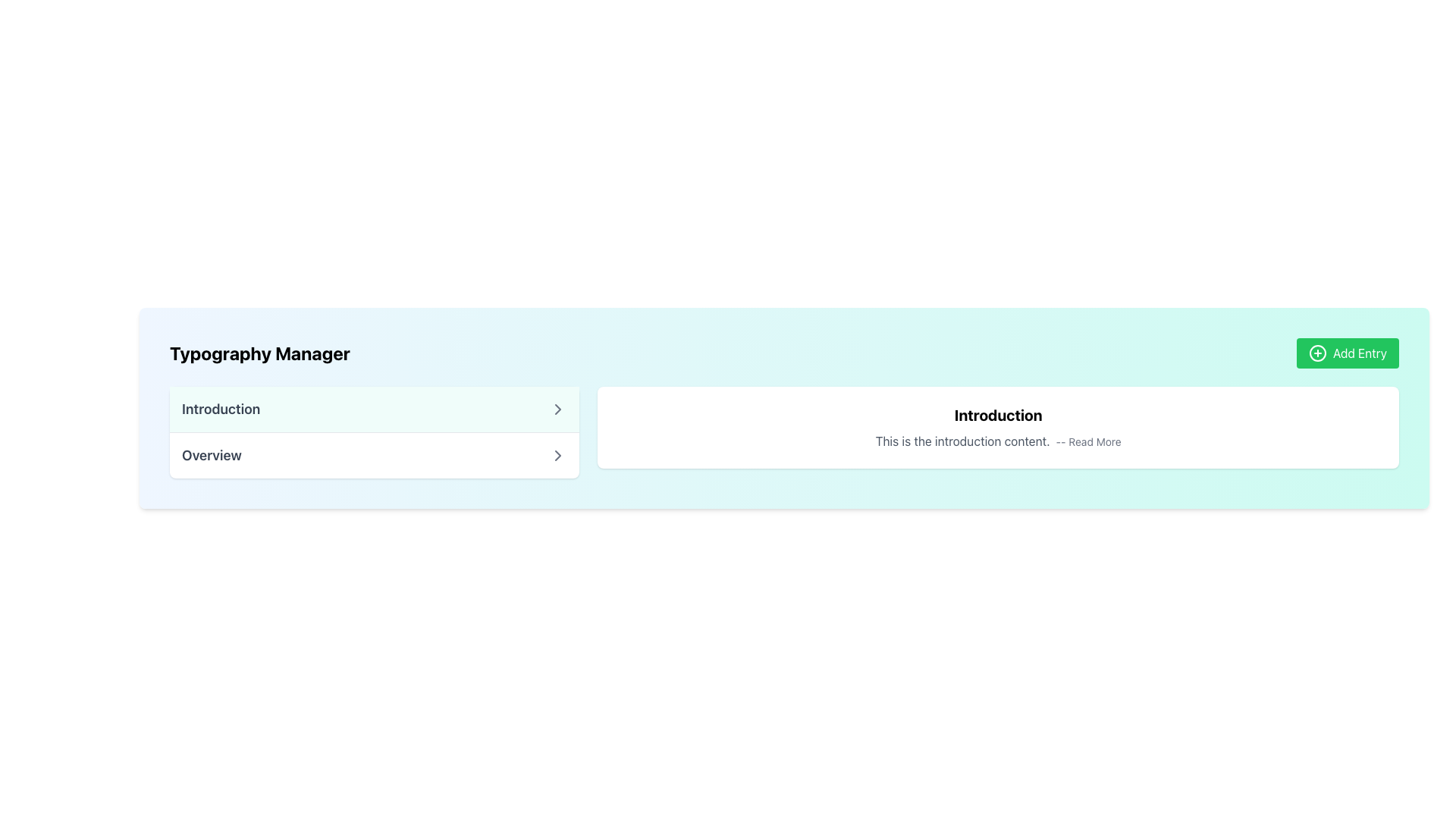  What do you see at coordinates (1316, 353) in the screenshot?
I see `the circular green icon with a plus symbol inside the 'Add Entry' button located at the top-right corner of the interface` at bounding box center [1316, 353].